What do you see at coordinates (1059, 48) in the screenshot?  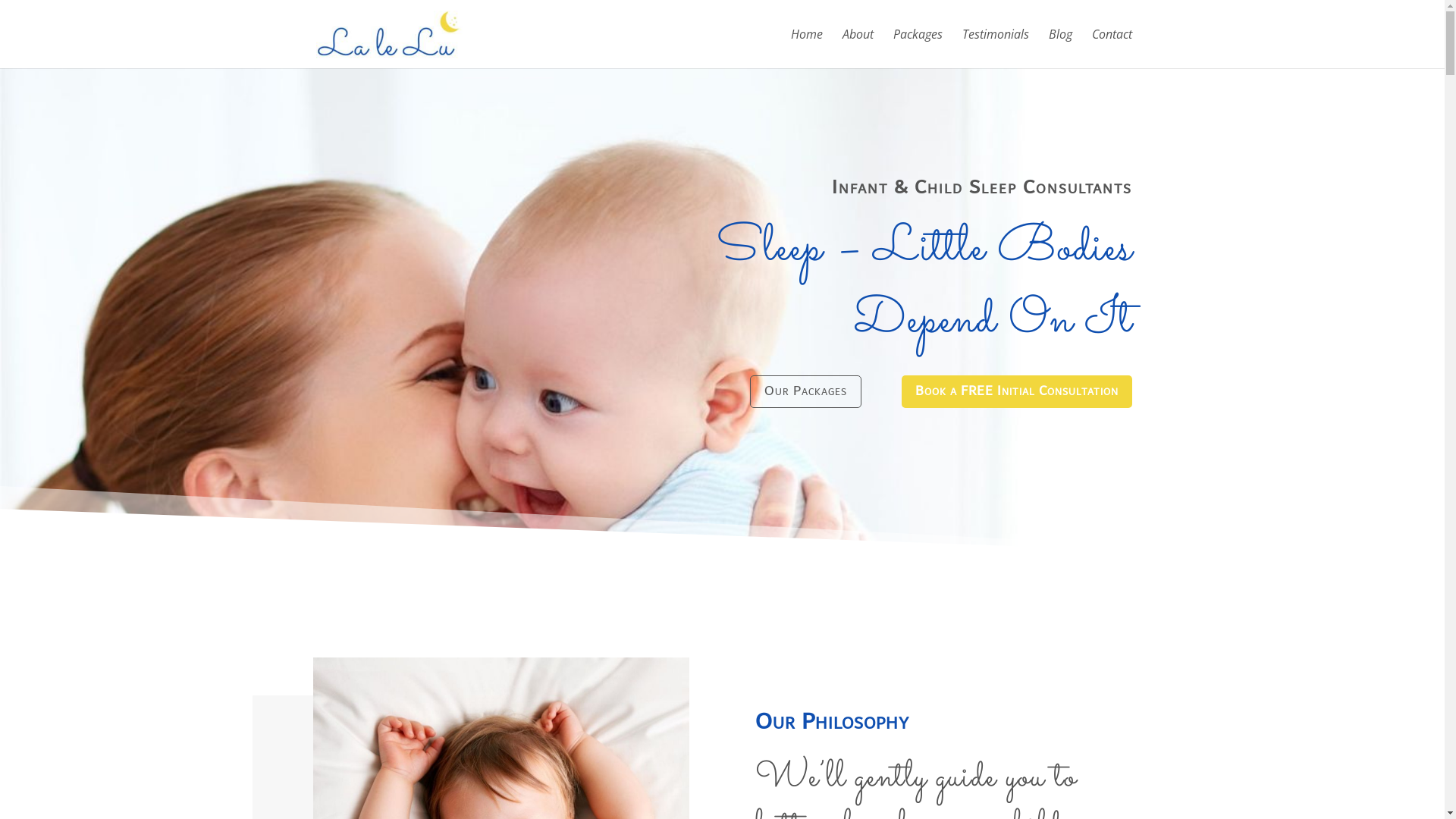 I see `'Blog'` at bounding box center [1059, 48].